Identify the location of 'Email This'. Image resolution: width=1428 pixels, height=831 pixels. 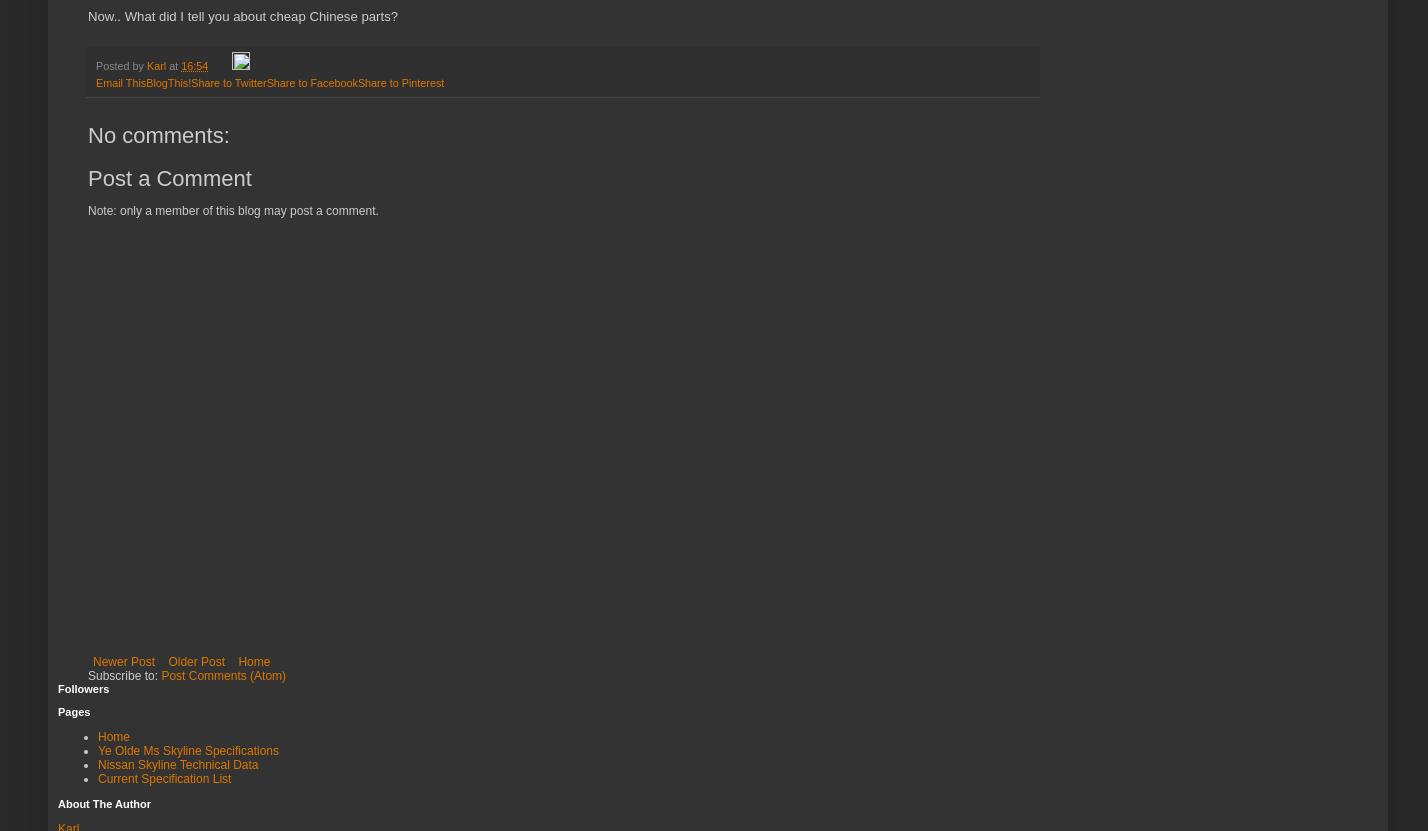
(120, 82).